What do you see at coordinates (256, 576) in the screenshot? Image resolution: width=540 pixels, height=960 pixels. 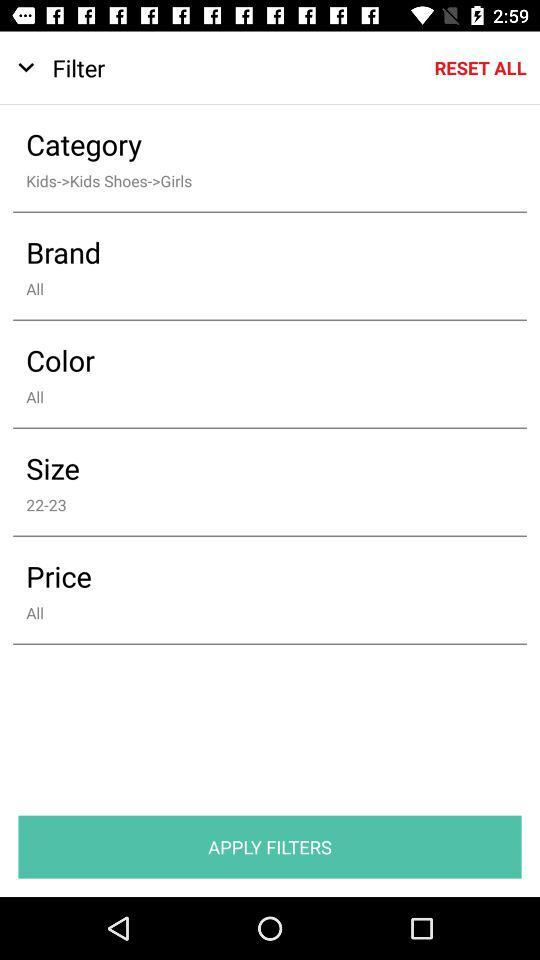 I see `icon above the all` at bounding box center [256, 576].